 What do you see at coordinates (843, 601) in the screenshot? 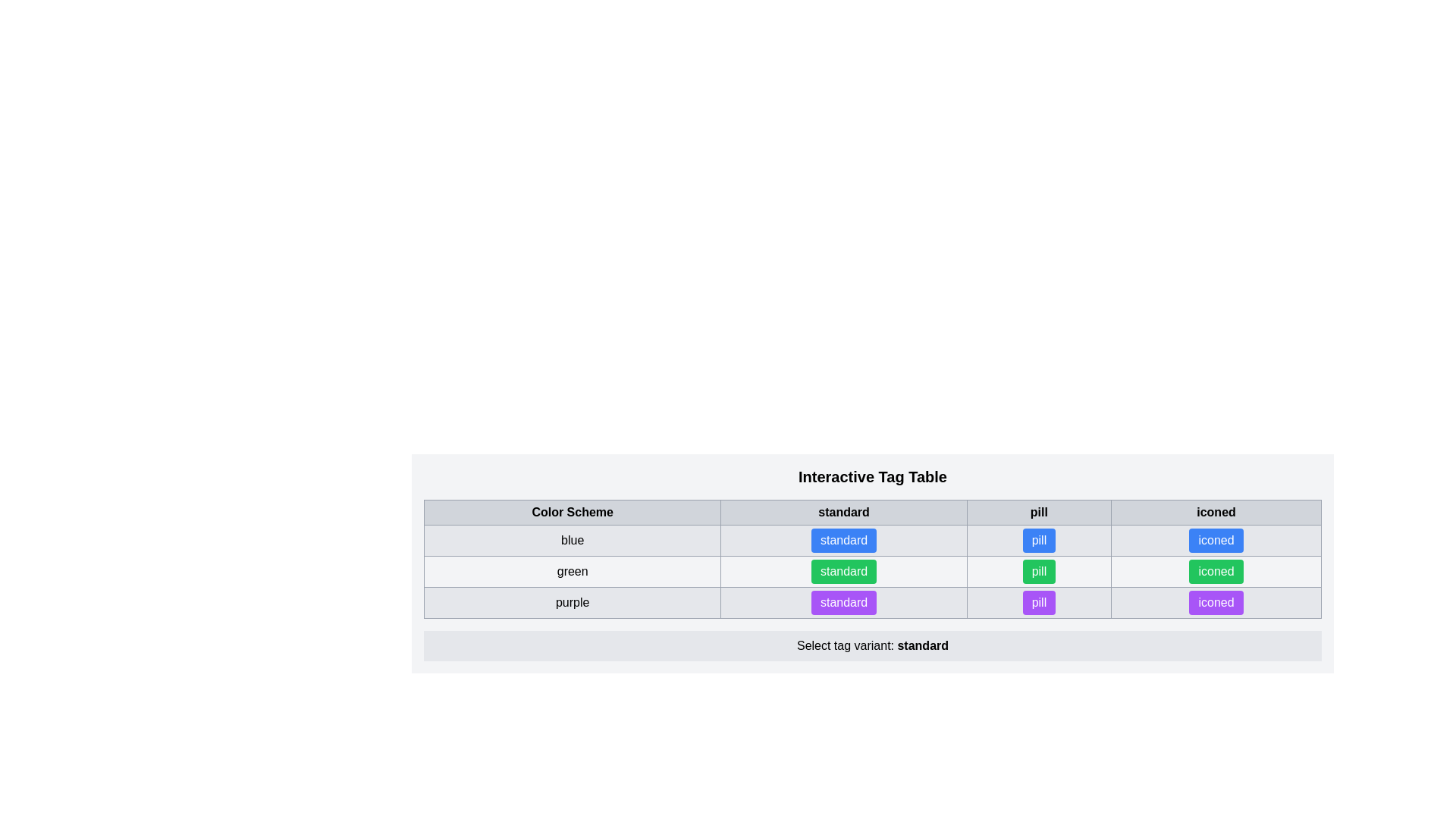
I see `the button in the third row of the table under the 'standard' column for the 'purple' color scheme` at bounding box center [843, 601].